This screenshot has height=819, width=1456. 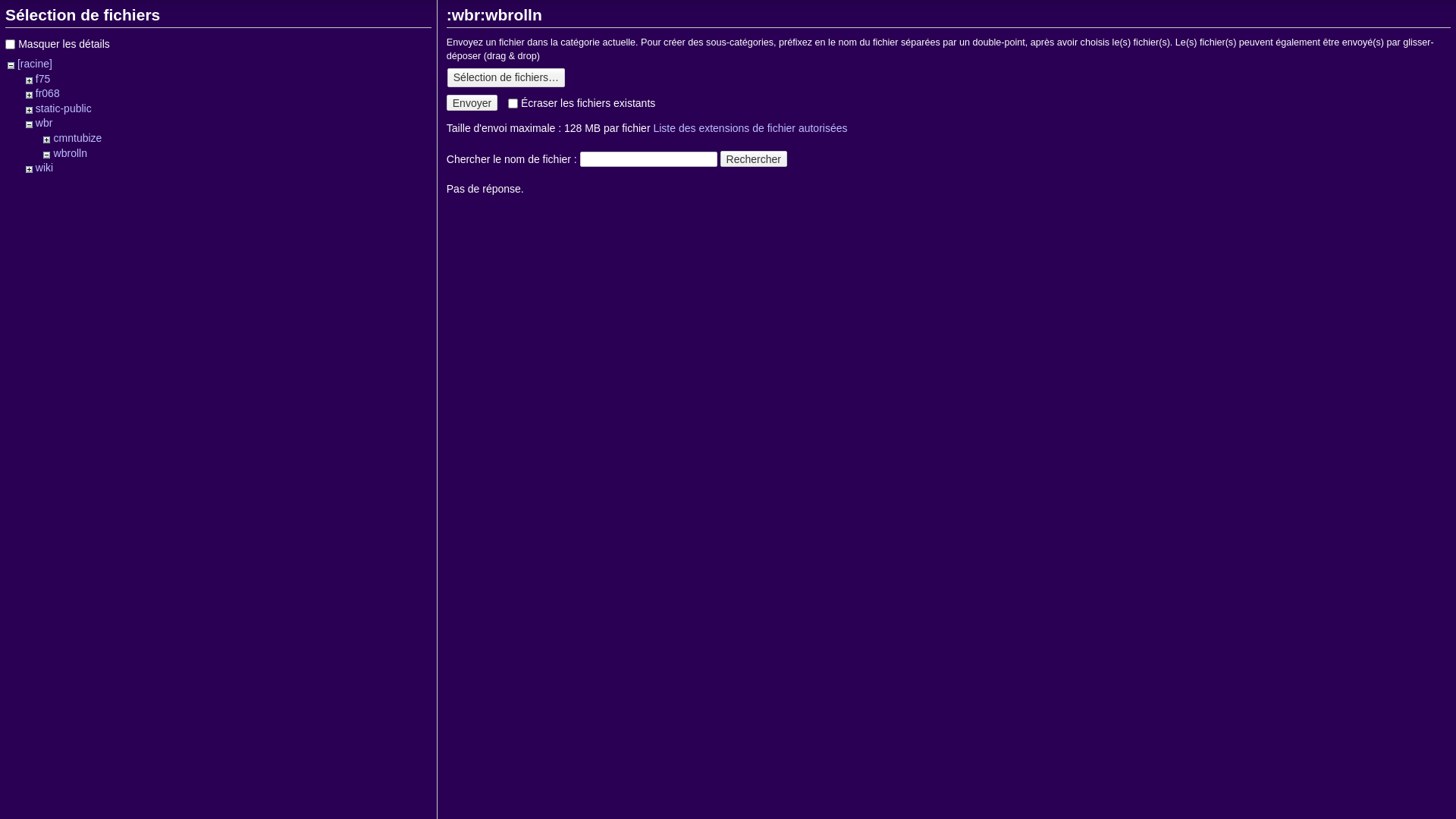 What do you see at coordinates (77, 137) in the screenshot?
I see `'cmntubize'` at bounding box center [77, 137].